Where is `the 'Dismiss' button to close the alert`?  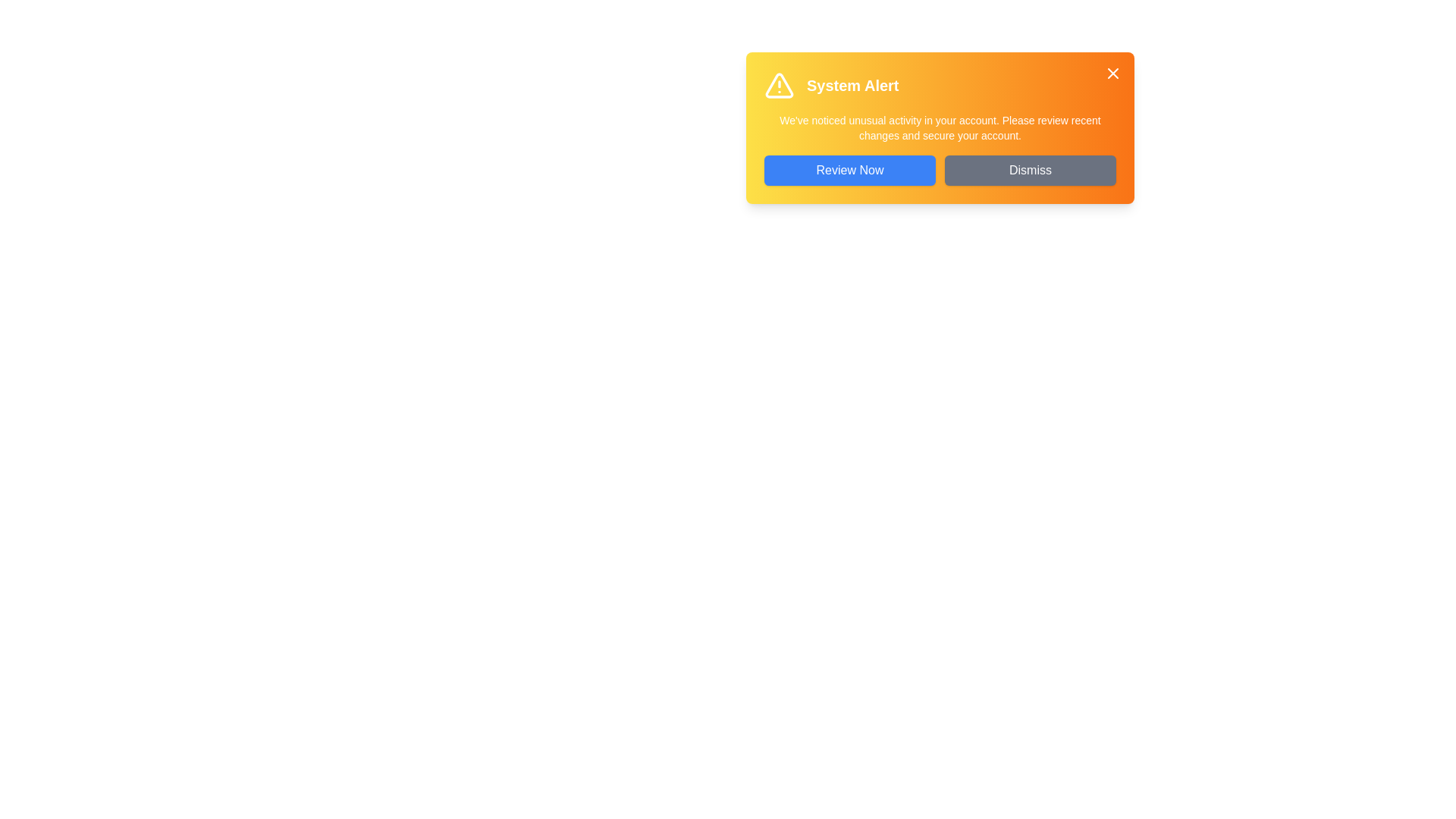 the 'Dismiss' button to close the alert is located at coordinates (1030, 170).